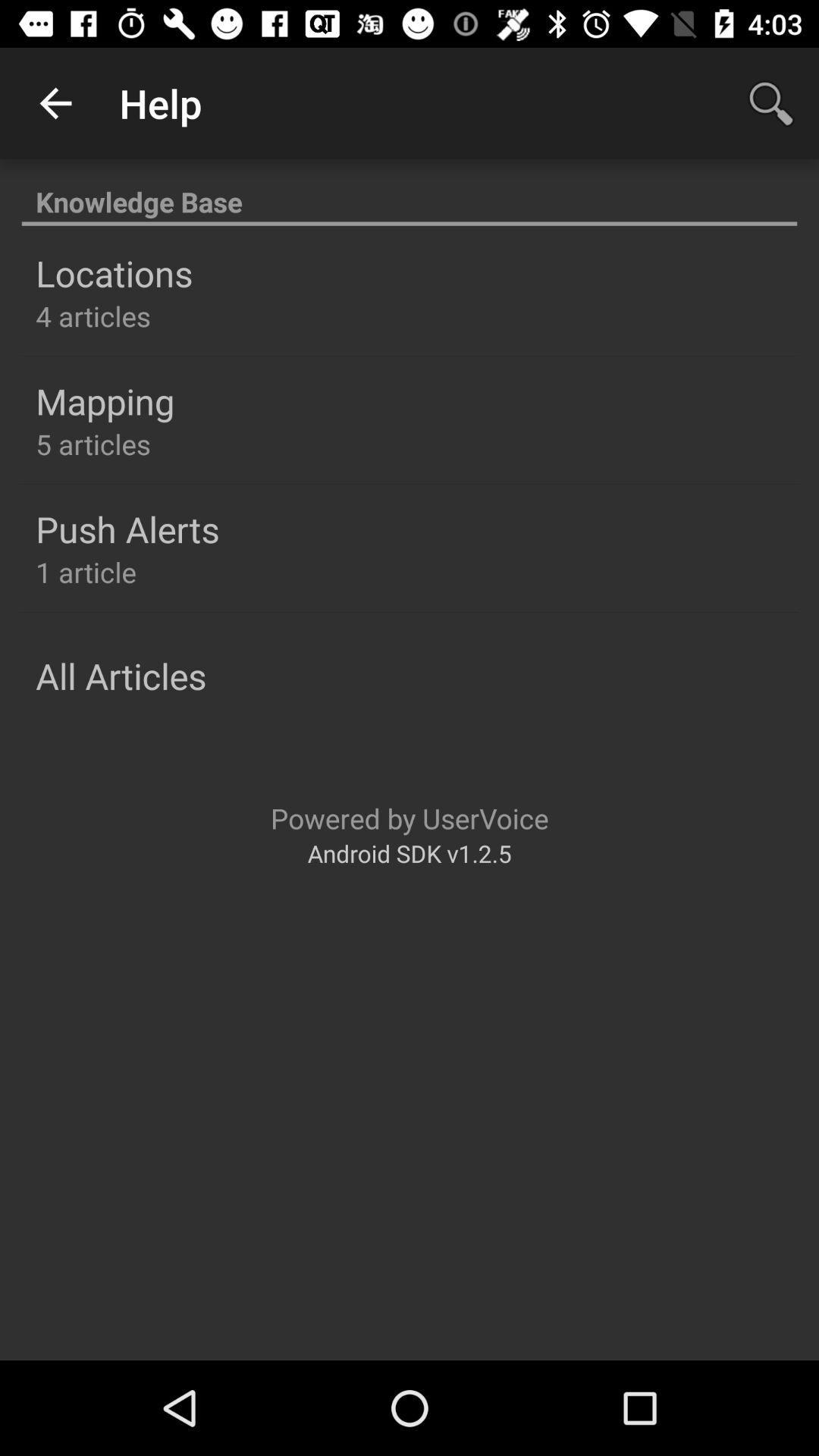 The image size is (819, 1456). I want to click on icon above the powered by uservoice icon, so click(120, 675).